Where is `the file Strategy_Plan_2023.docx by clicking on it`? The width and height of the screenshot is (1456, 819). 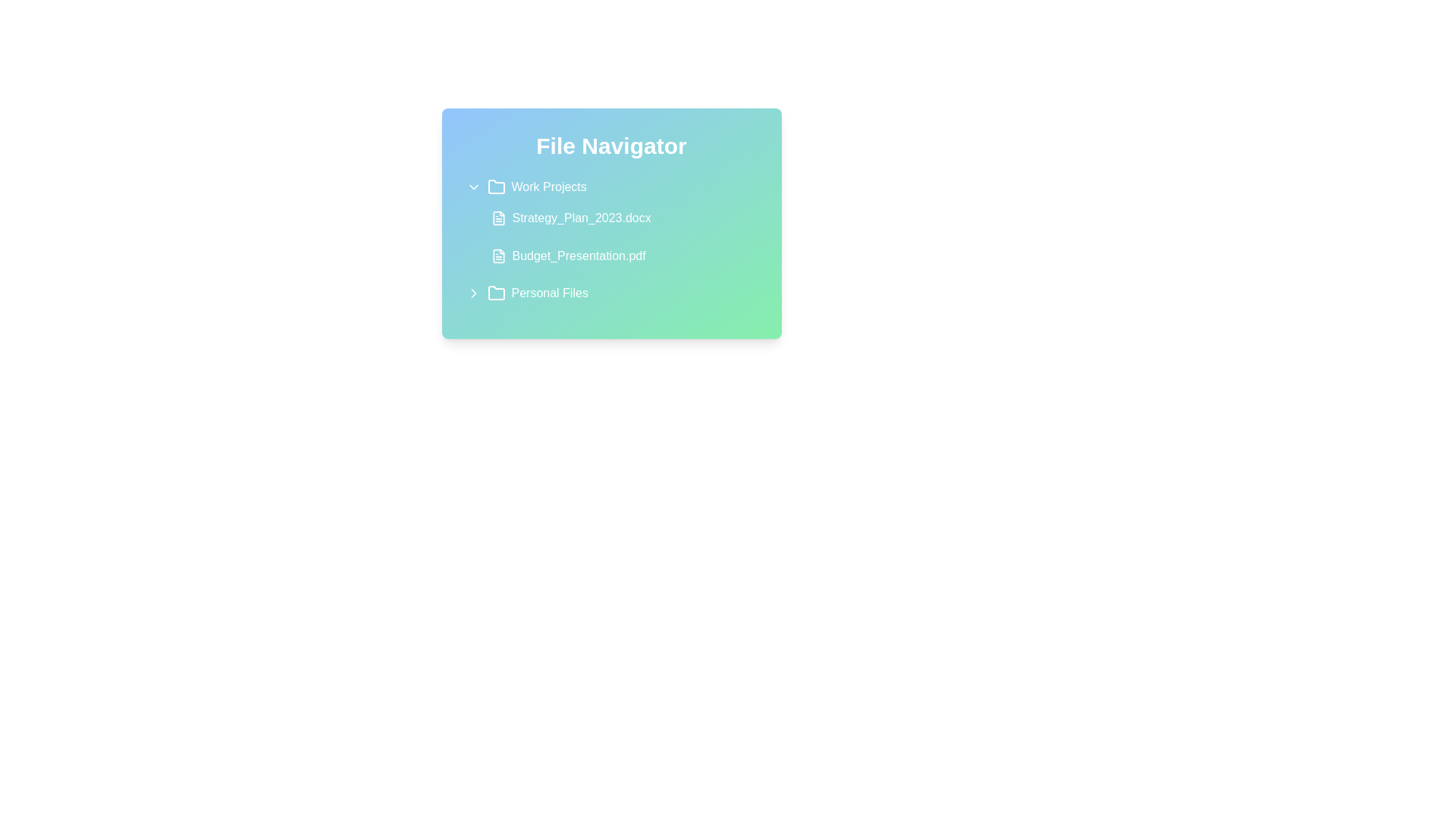
the file Strategy_Plan_2023.docx by clicking on it is located at coordinates (620, 218).